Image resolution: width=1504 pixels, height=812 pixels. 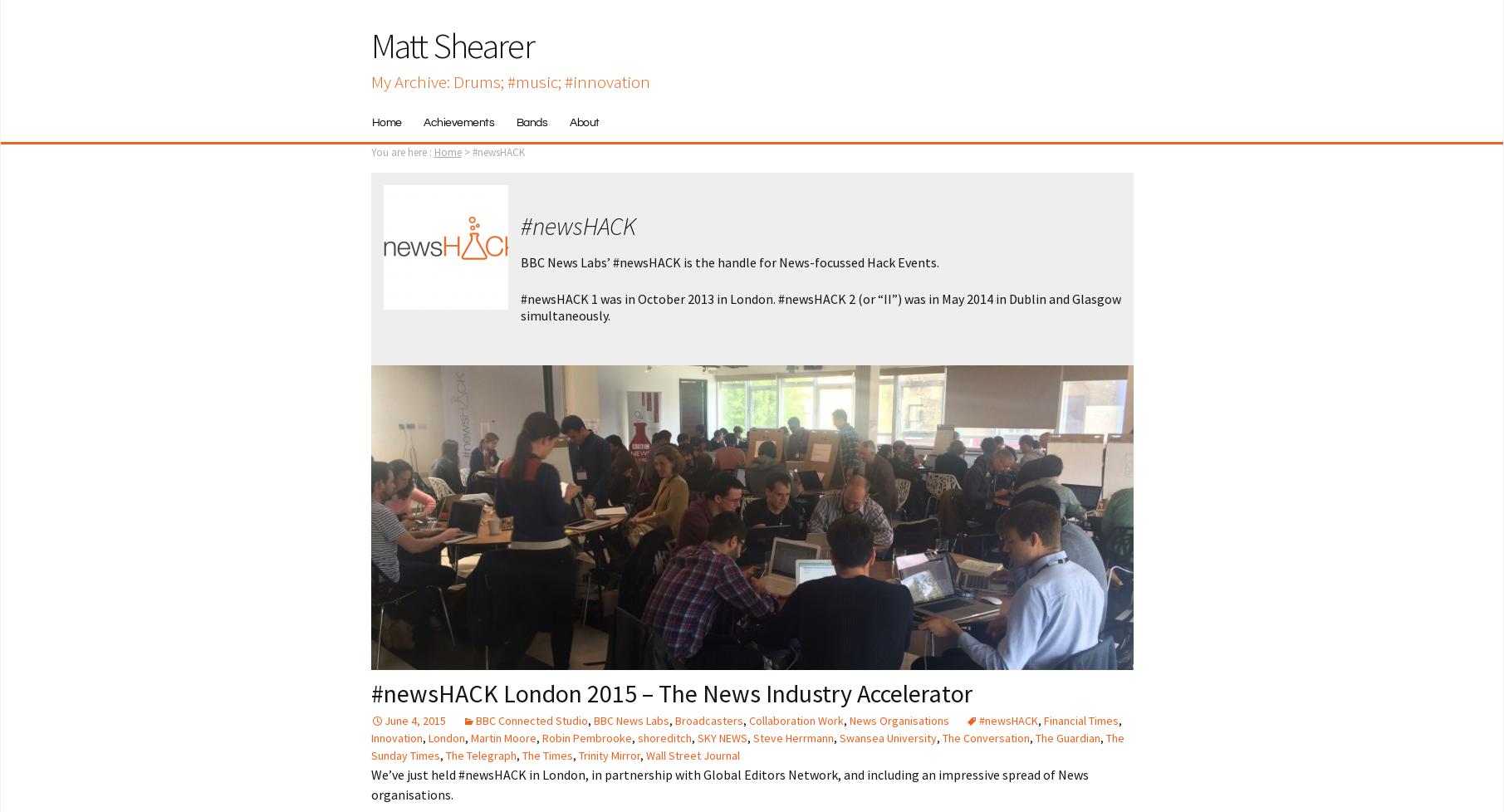 I want to click on 'Swansea University', so click(x=887, y=737).